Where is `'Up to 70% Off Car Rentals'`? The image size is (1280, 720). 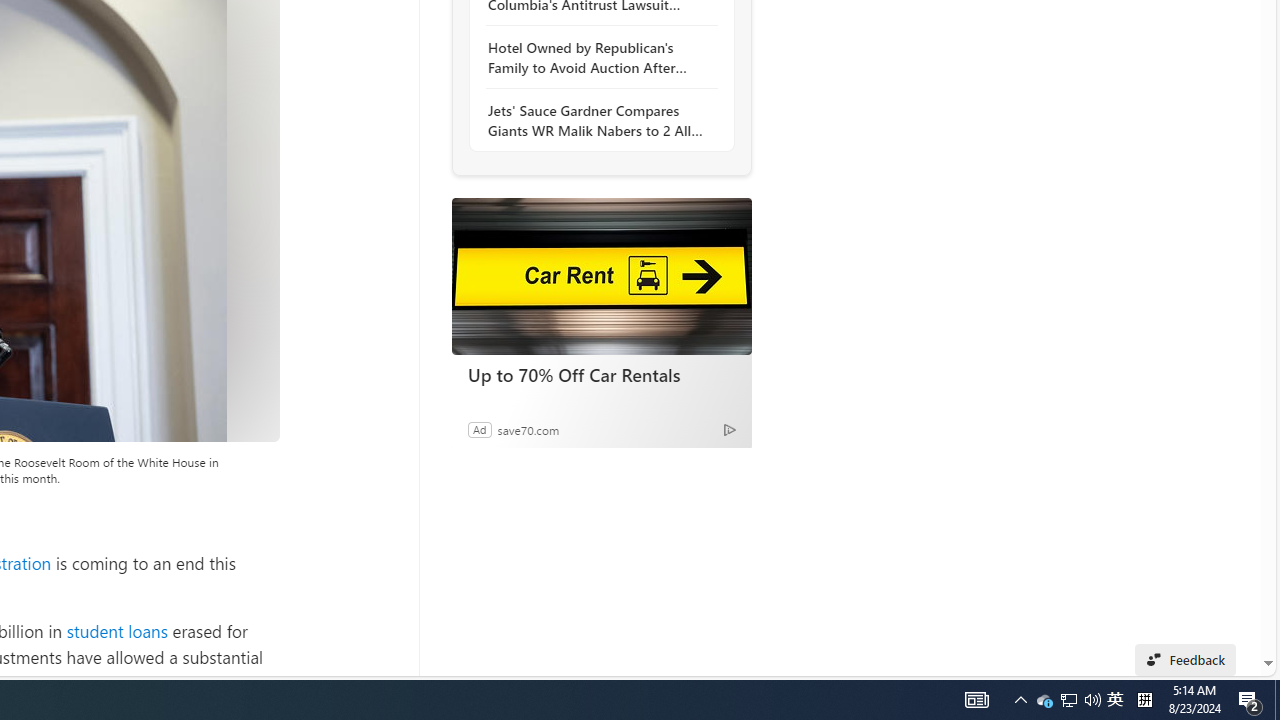 'Up to 70% Off Car Rentals' is located at coordinates (600, 276).